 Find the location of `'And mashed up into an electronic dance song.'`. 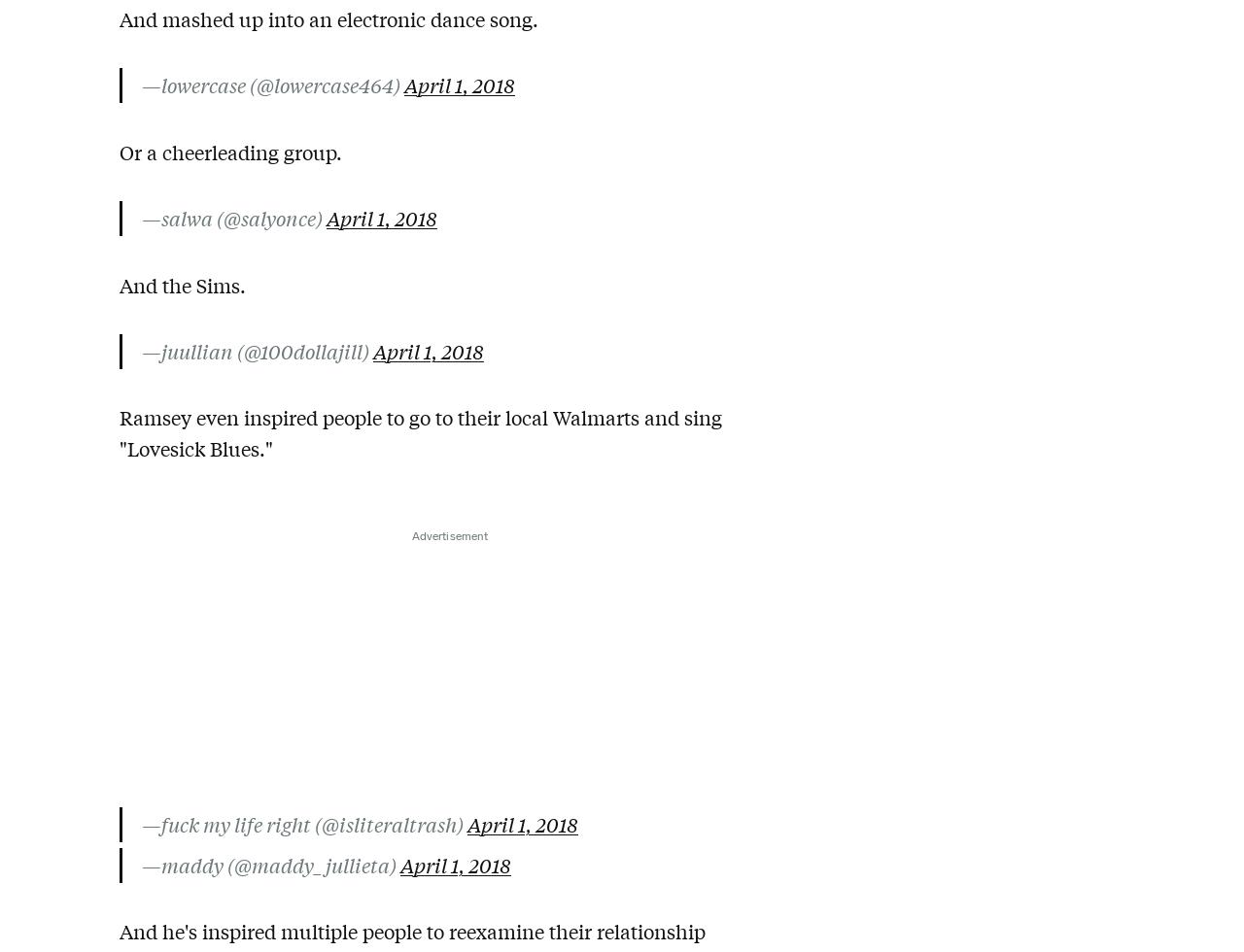

'And mashed up into an electronic dance song.' is located at coordinates (328, 17).